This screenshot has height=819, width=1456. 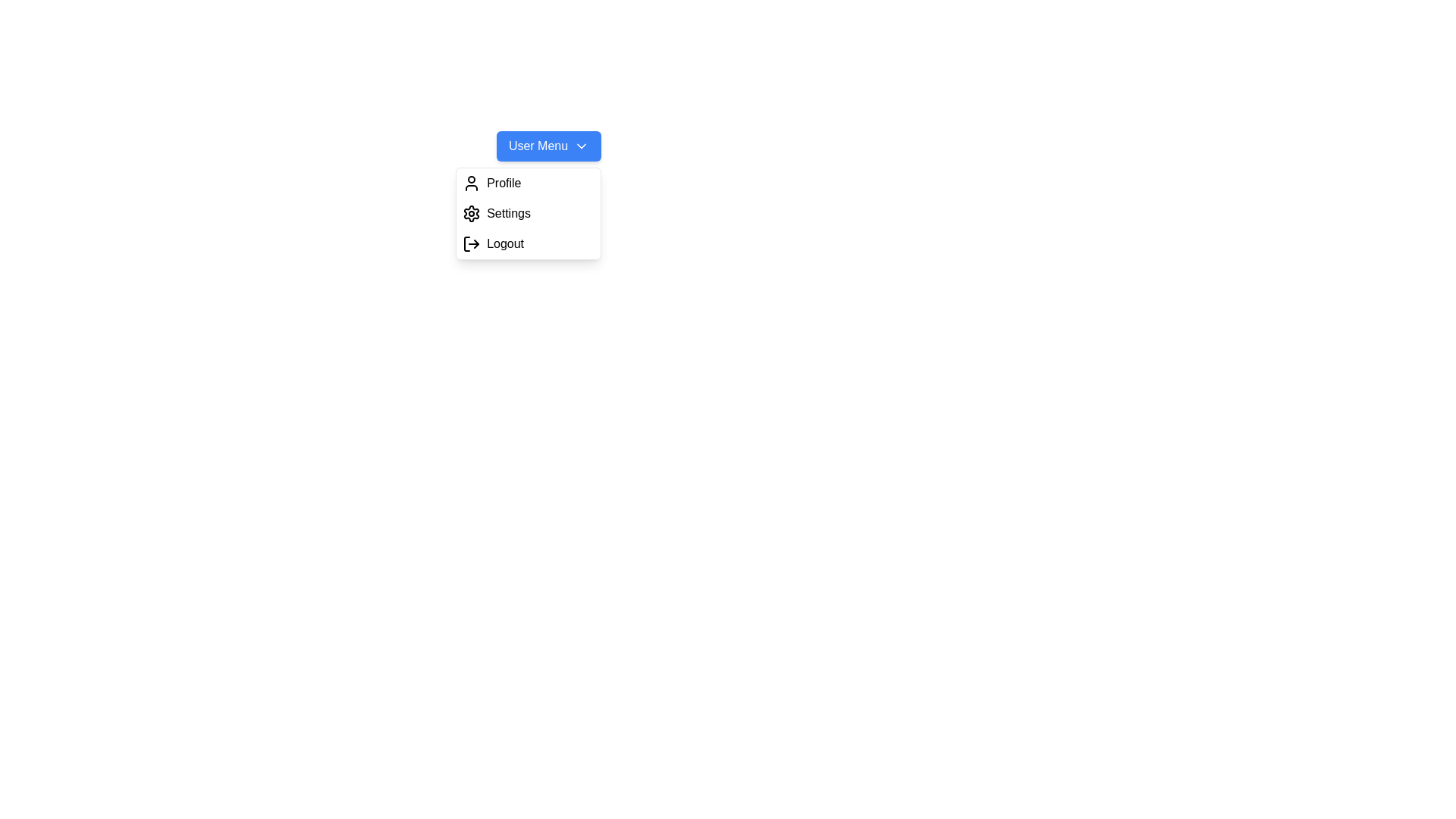 What do you see at coordinates (581, 146) in the screenshot?
I see `the downward-pointing chevron icon located at the rightmost end of the 'User Menu' button` at bounding box center [581, 146].